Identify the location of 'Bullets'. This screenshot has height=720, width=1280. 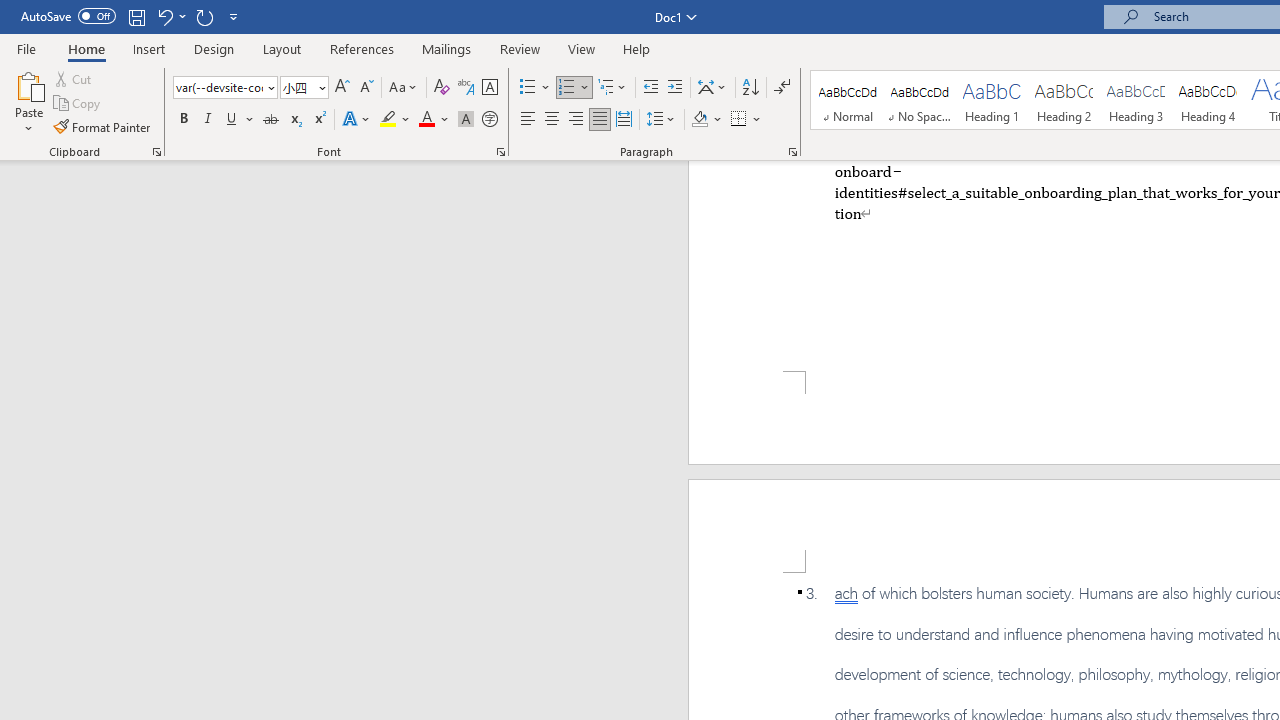
(535, 86).